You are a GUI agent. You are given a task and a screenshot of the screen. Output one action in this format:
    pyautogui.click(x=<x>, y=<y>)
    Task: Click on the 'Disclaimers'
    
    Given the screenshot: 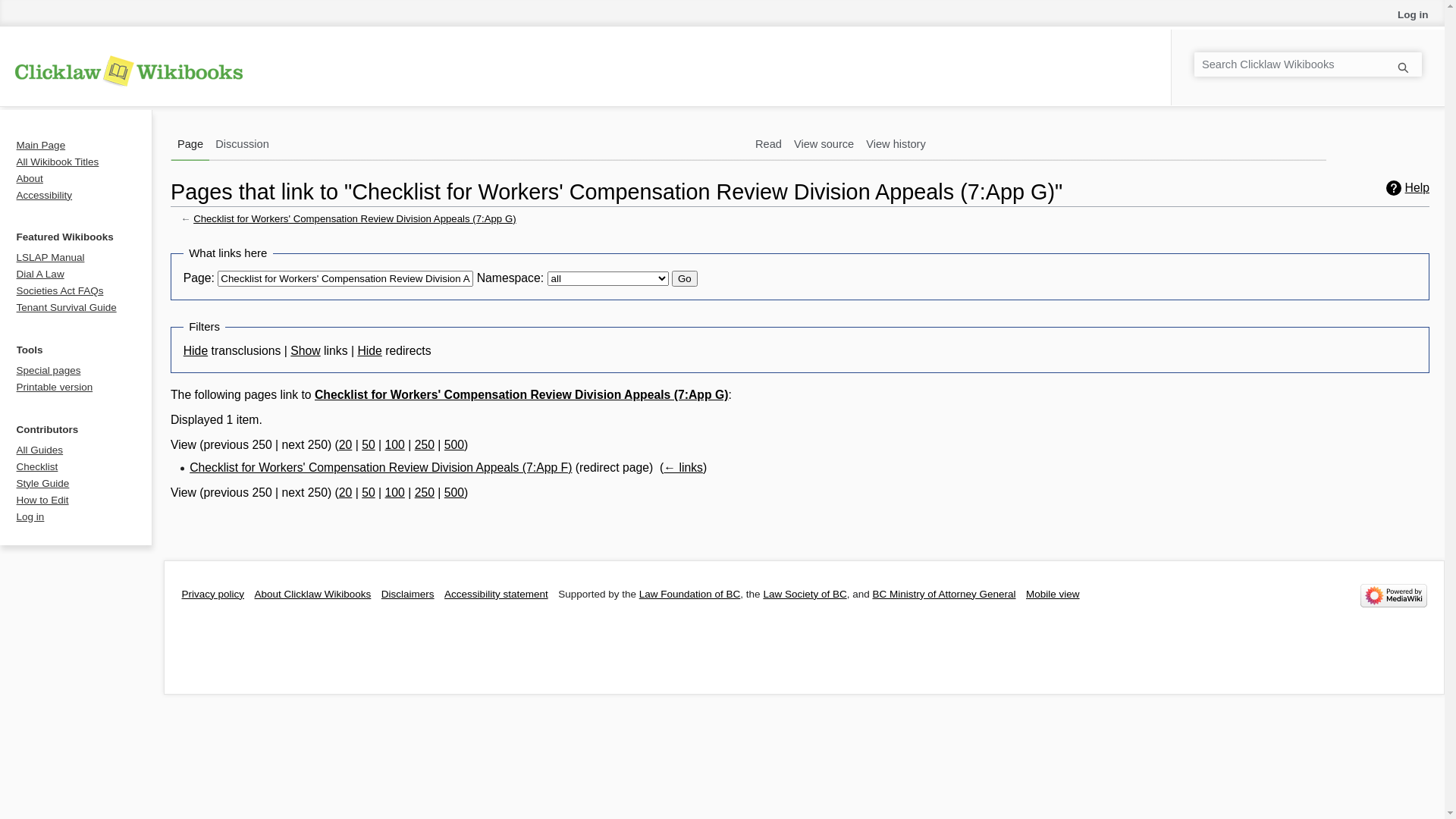 What is the action you would take?
    pyautogui.click(x=407, y=593)
    